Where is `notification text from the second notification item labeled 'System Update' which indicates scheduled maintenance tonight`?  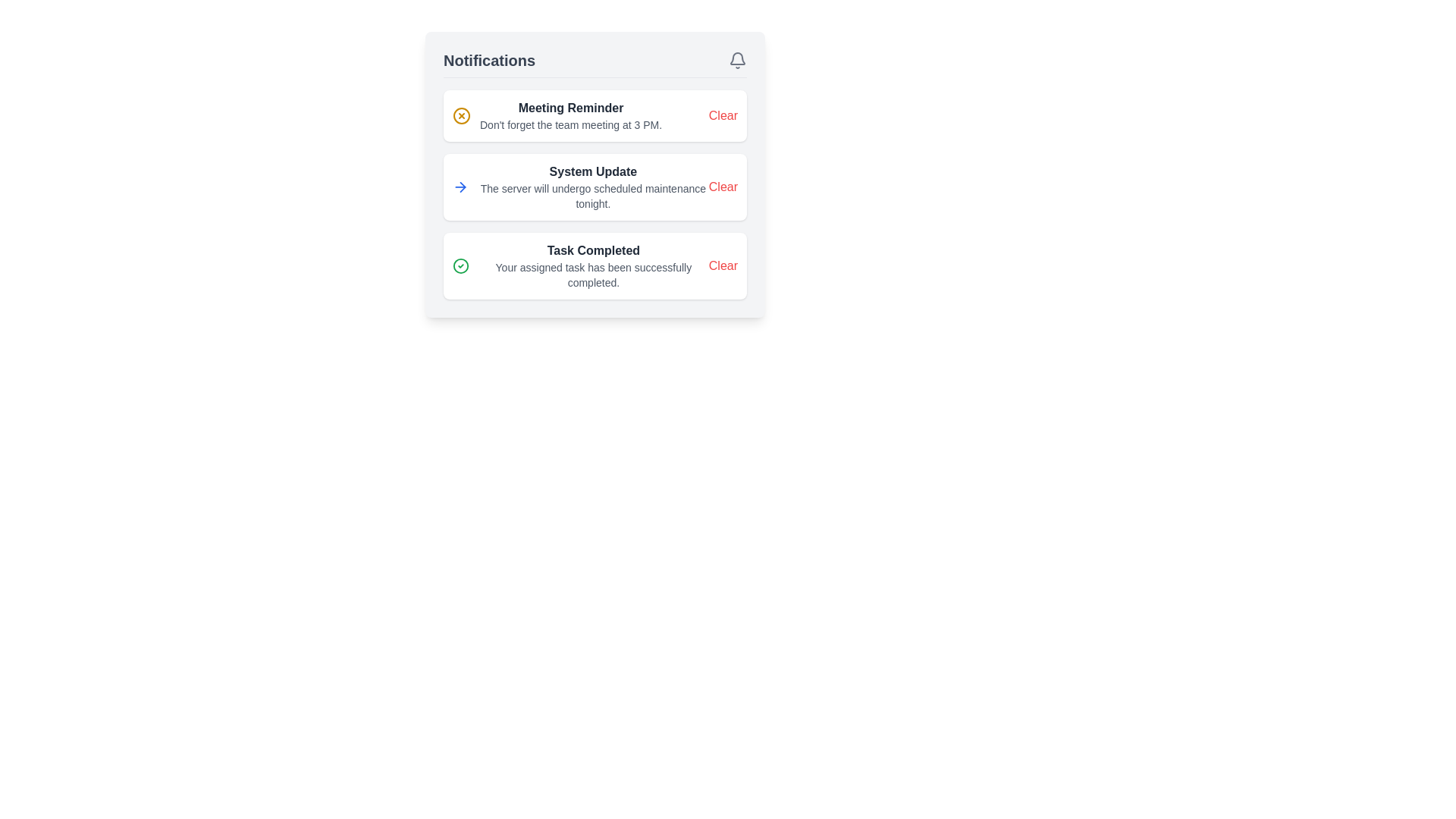 notification text from the second notification item labeled 'System Update' which indicates scheduled maintenance tonight is located at coordinates (579, 186).